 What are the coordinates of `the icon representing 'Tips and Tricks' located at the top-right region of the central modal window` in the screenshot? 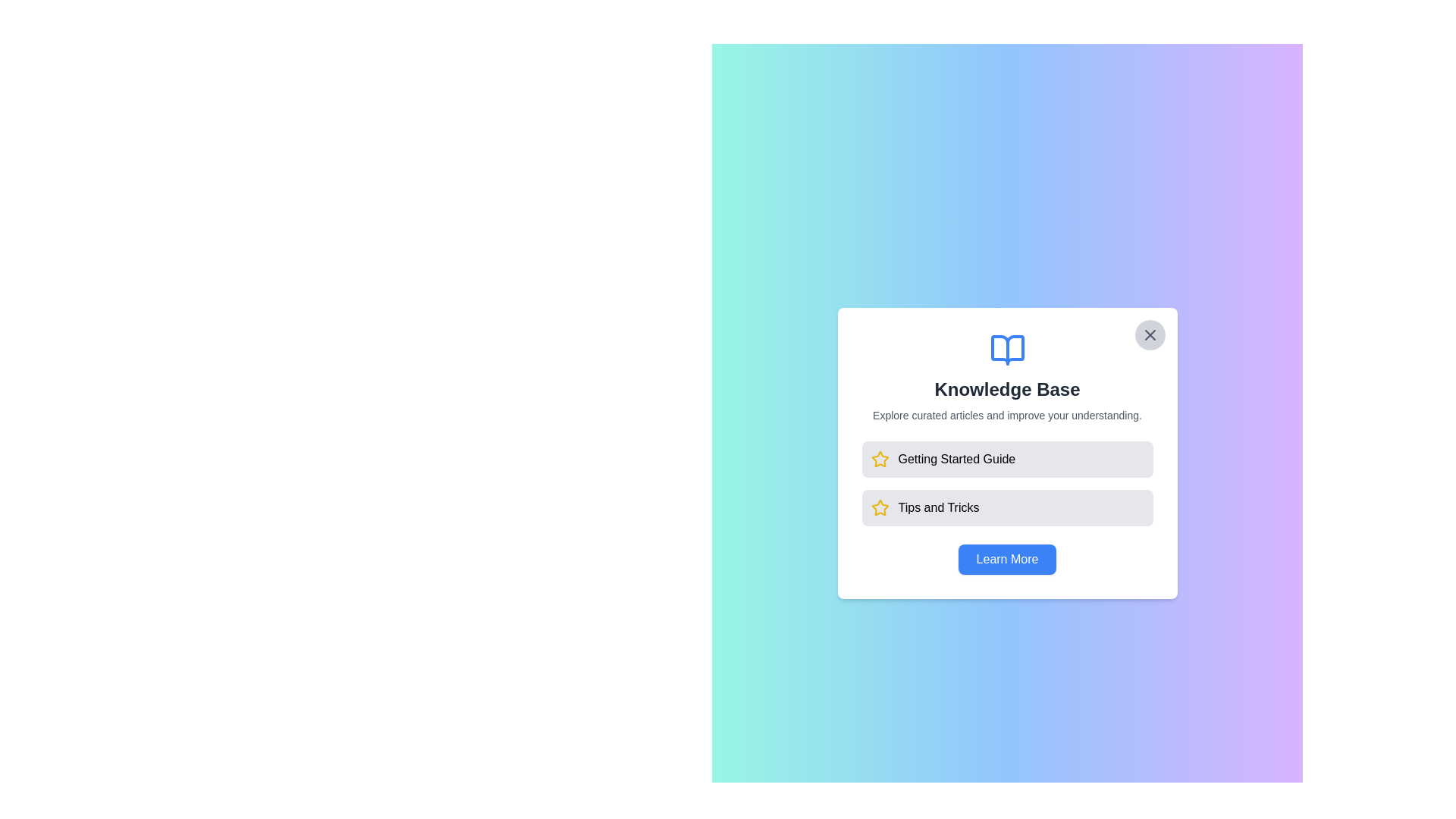 It's located at (880, 508).